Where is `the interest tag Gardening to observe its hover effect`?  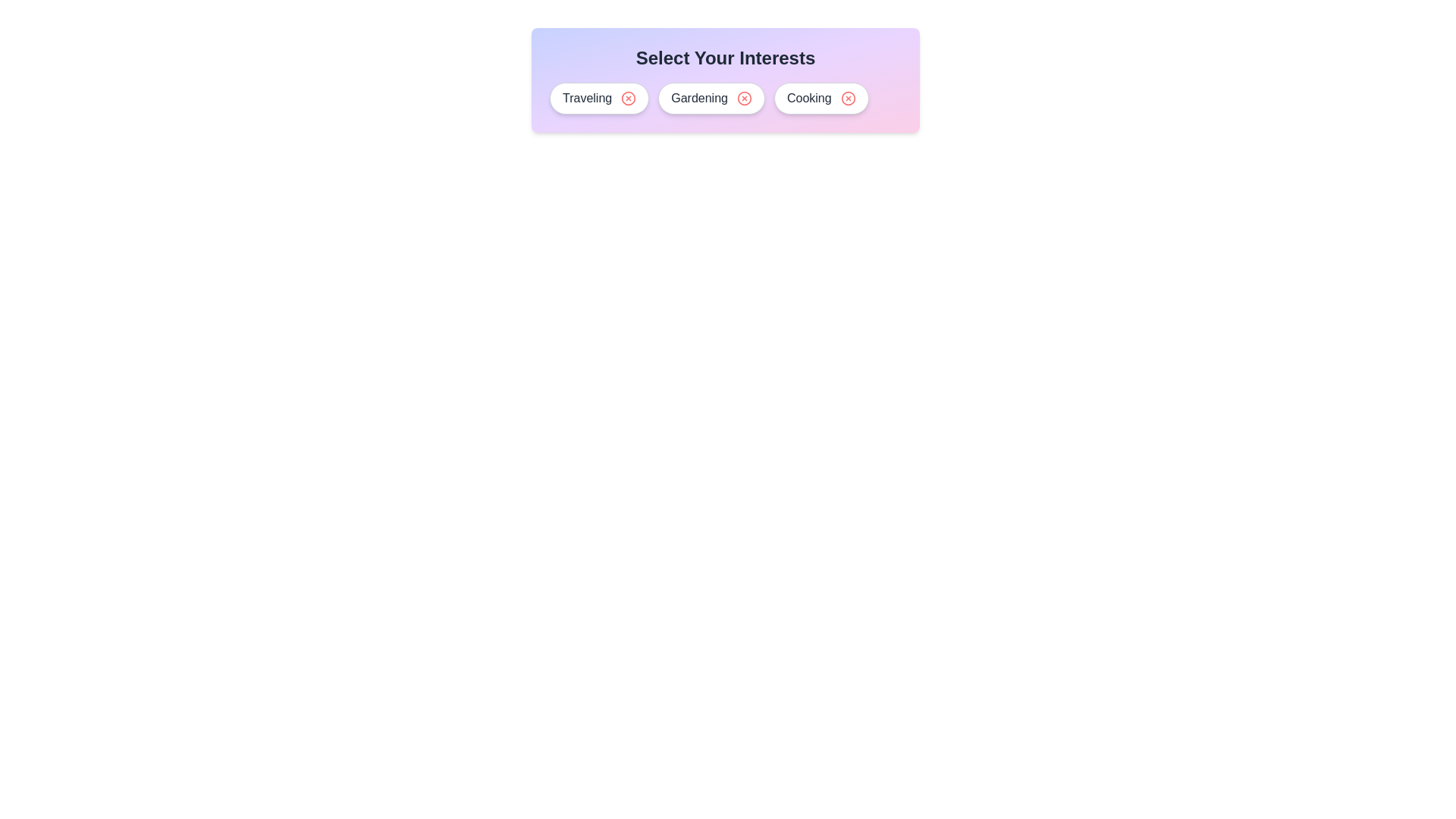
the interest tag Gardening to observe its hover effect is located at coordinates (710, 99).